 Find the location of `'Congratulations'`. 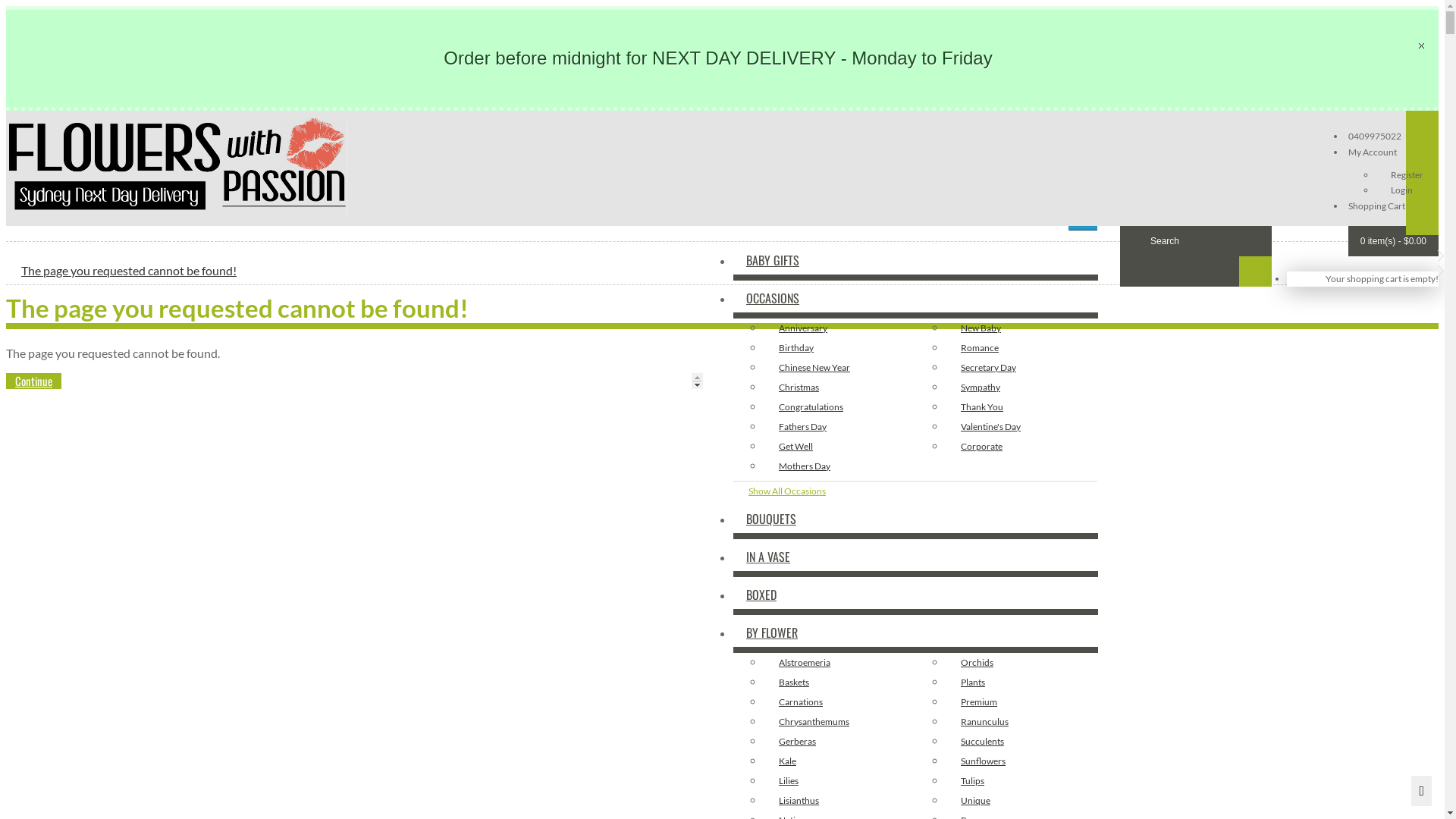

'Congratulations' is located at coordinates (839, 406).